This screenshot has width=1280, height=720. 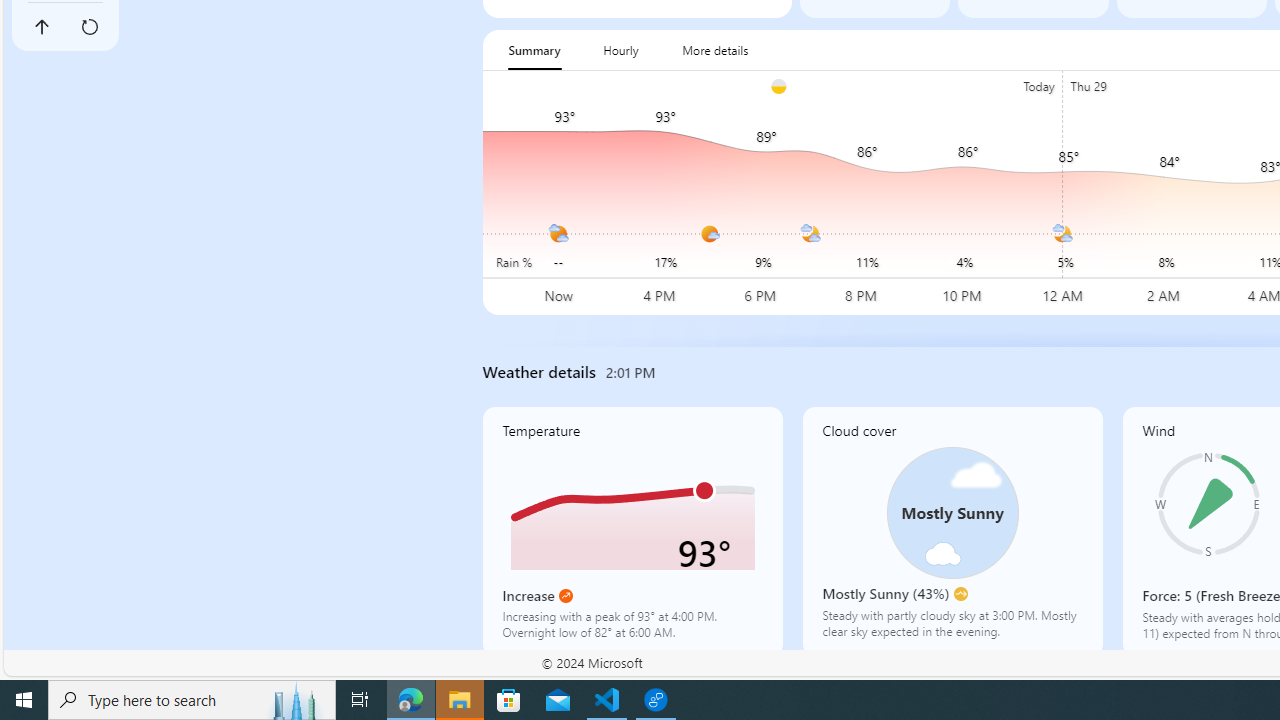 I want to click on 'Class: cloudCoverSvg-DS-ps0R9q', so click(x=951, y=512).